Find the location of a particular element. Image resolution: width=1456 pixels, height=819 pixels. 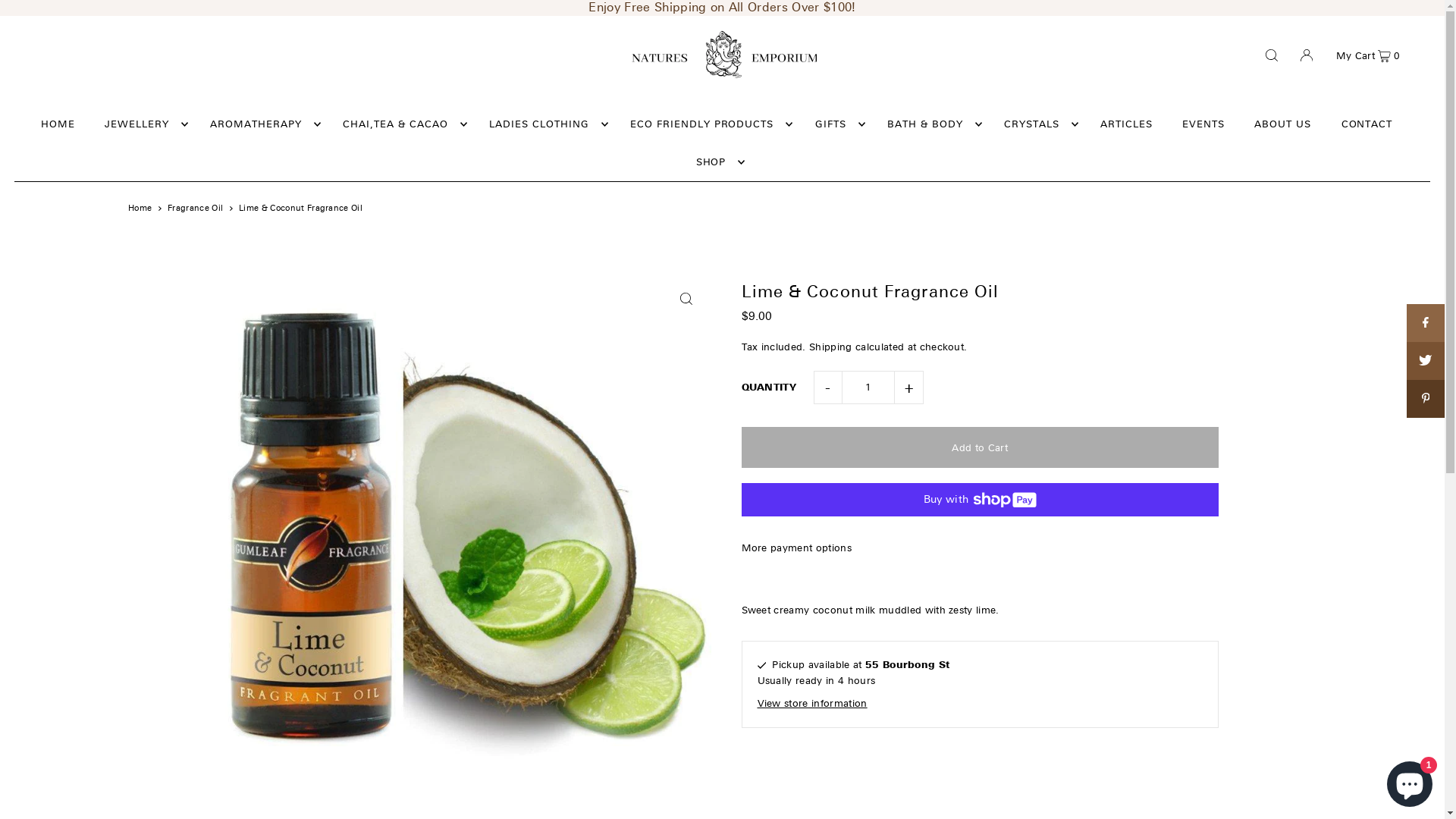

'BATH & BODY' is located at coordinates (930, 124).